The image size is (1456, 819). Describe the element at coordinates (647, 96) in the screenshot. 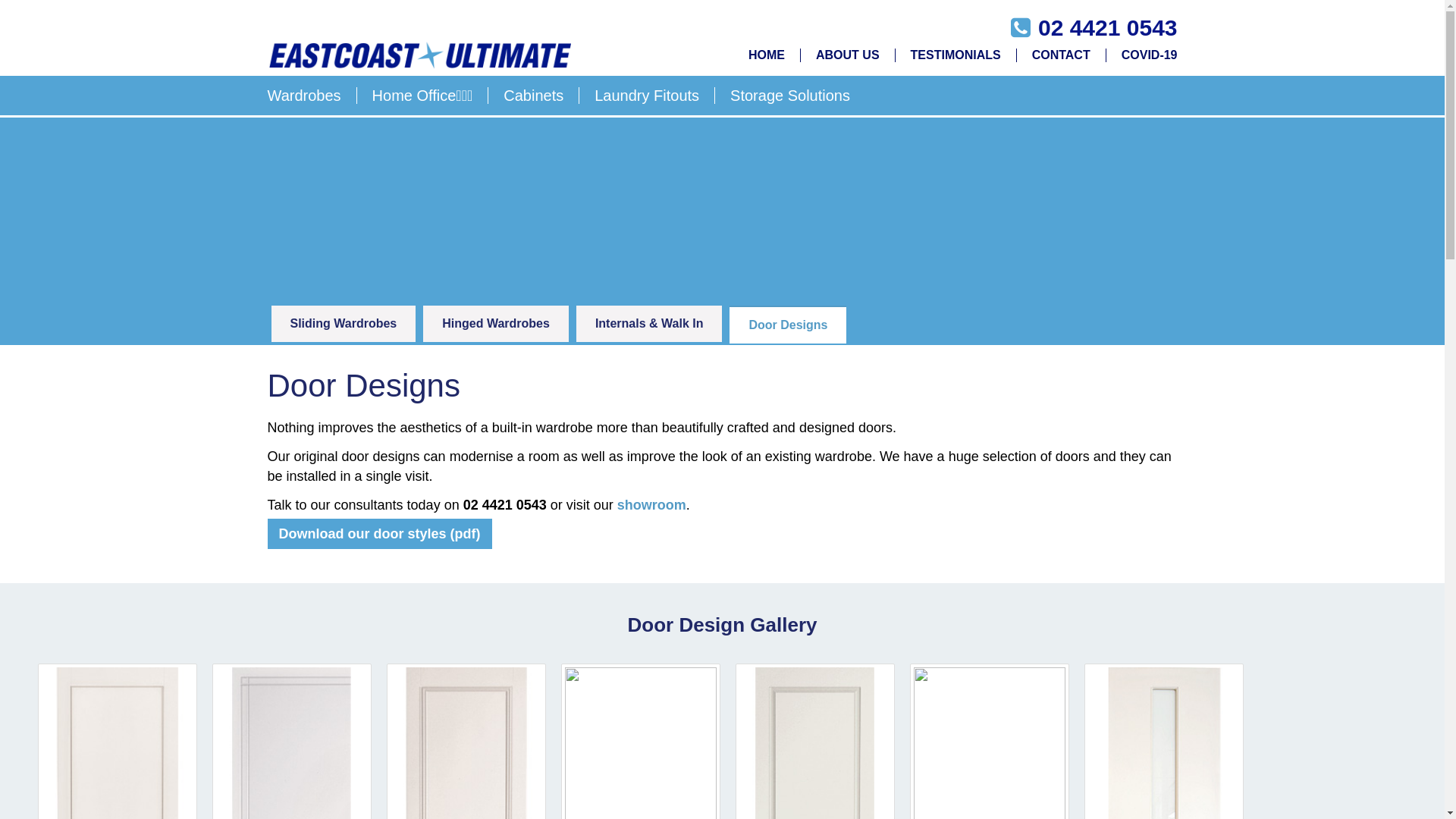

I see `'Laundry Fitouts'` at that location.